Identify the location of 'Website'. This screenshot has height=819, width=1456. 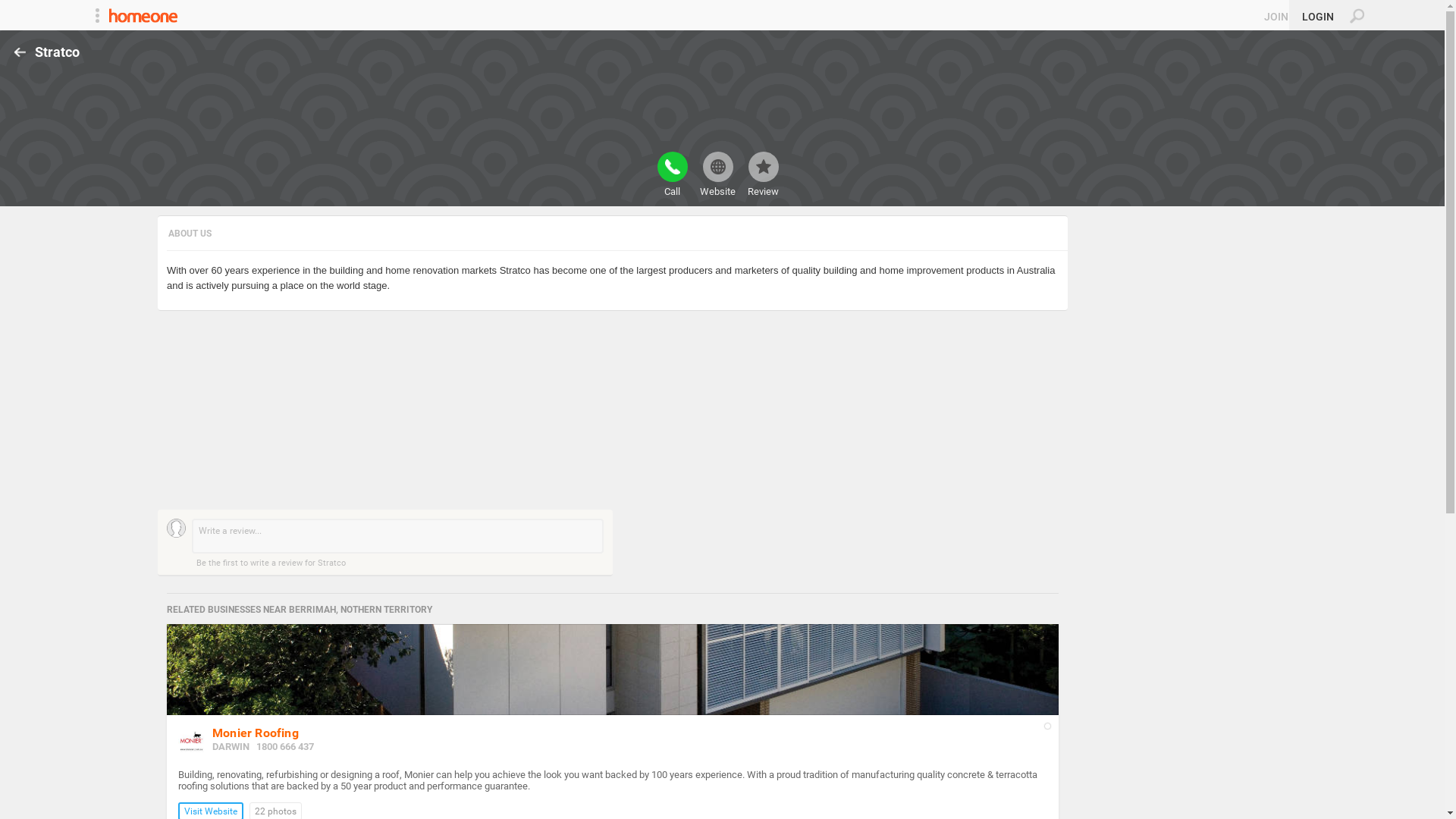
(716, 174).